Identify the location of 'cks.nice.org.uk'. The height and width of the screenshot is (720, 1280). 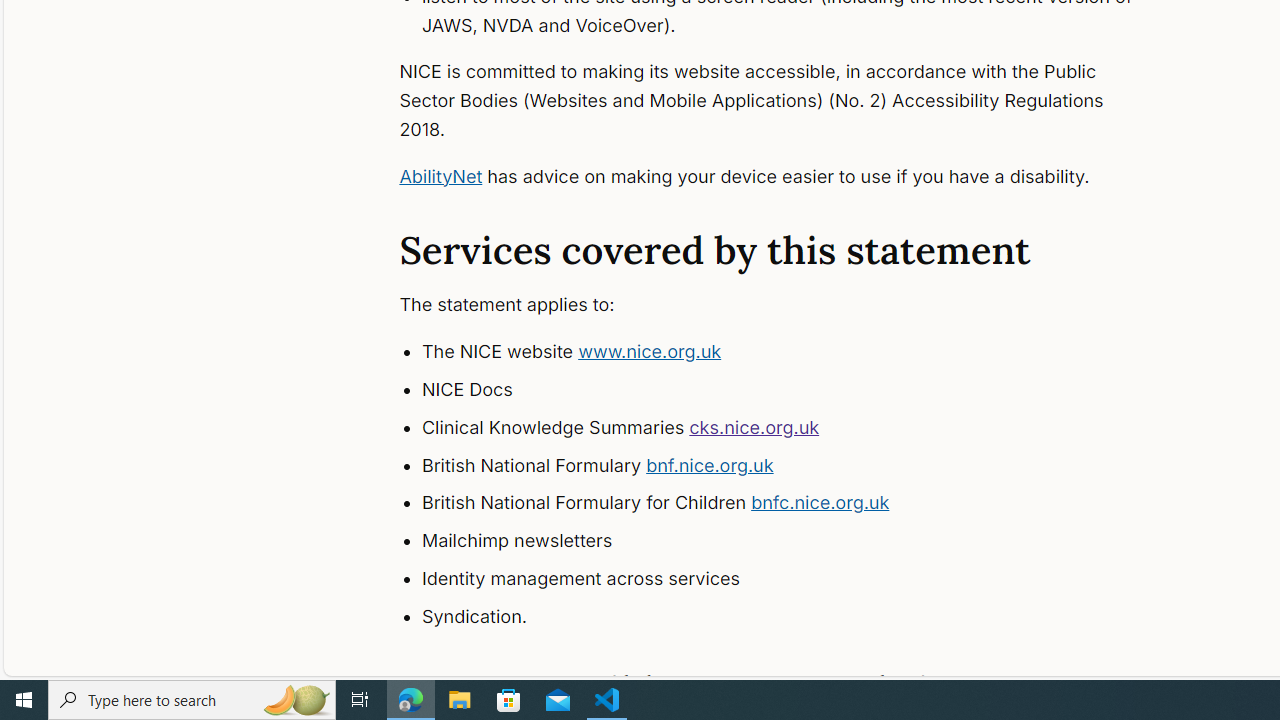
(753, 425).